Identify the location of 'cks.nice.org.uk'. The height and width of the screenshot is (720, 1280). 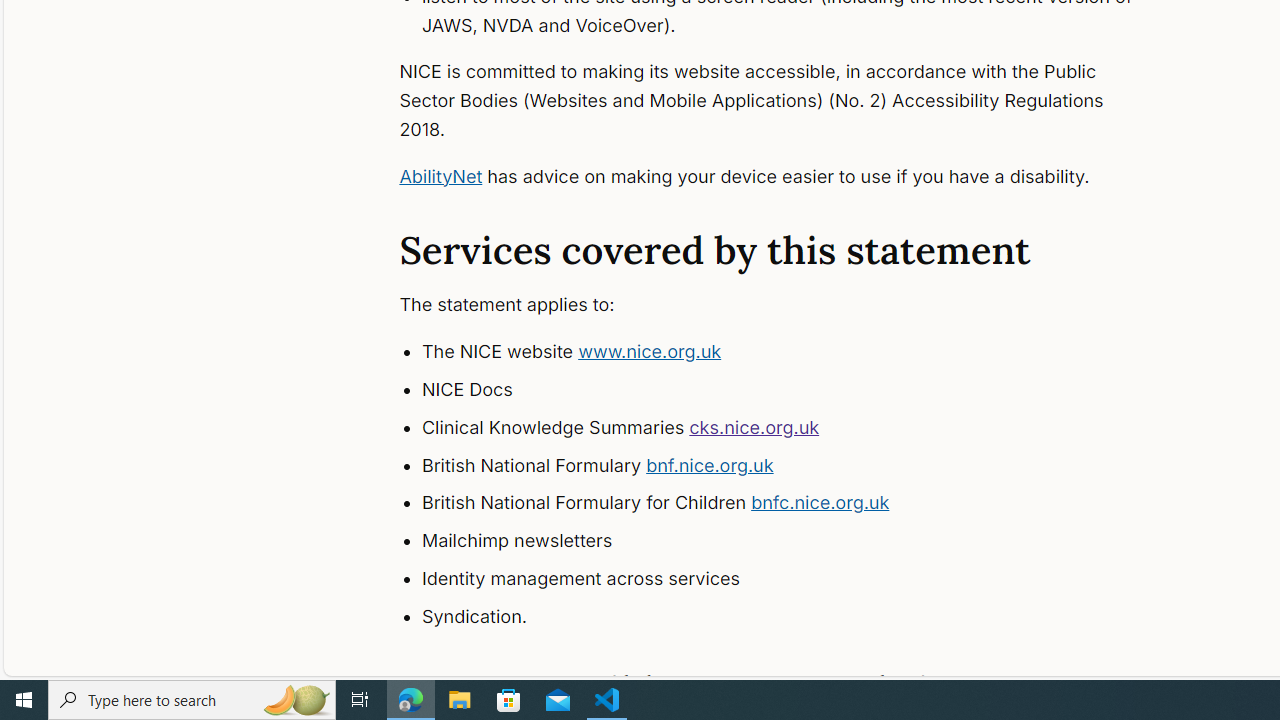
(753, 425).